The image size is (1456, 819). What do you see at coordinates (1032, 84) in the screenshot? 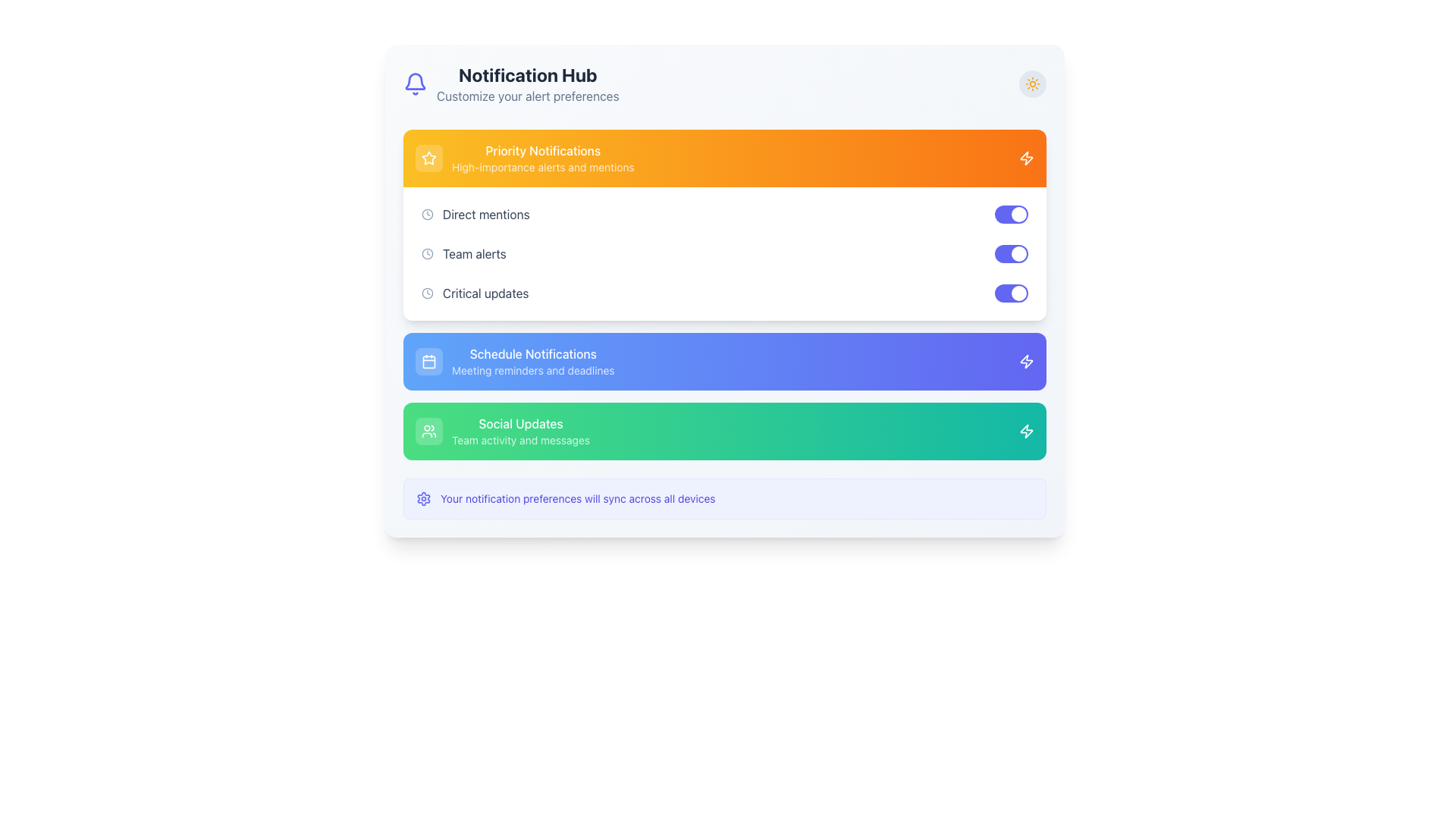
I see `the sun icon located at the top-right corner of the notification hub card to switch themes` at bounding box center [1032, 84].